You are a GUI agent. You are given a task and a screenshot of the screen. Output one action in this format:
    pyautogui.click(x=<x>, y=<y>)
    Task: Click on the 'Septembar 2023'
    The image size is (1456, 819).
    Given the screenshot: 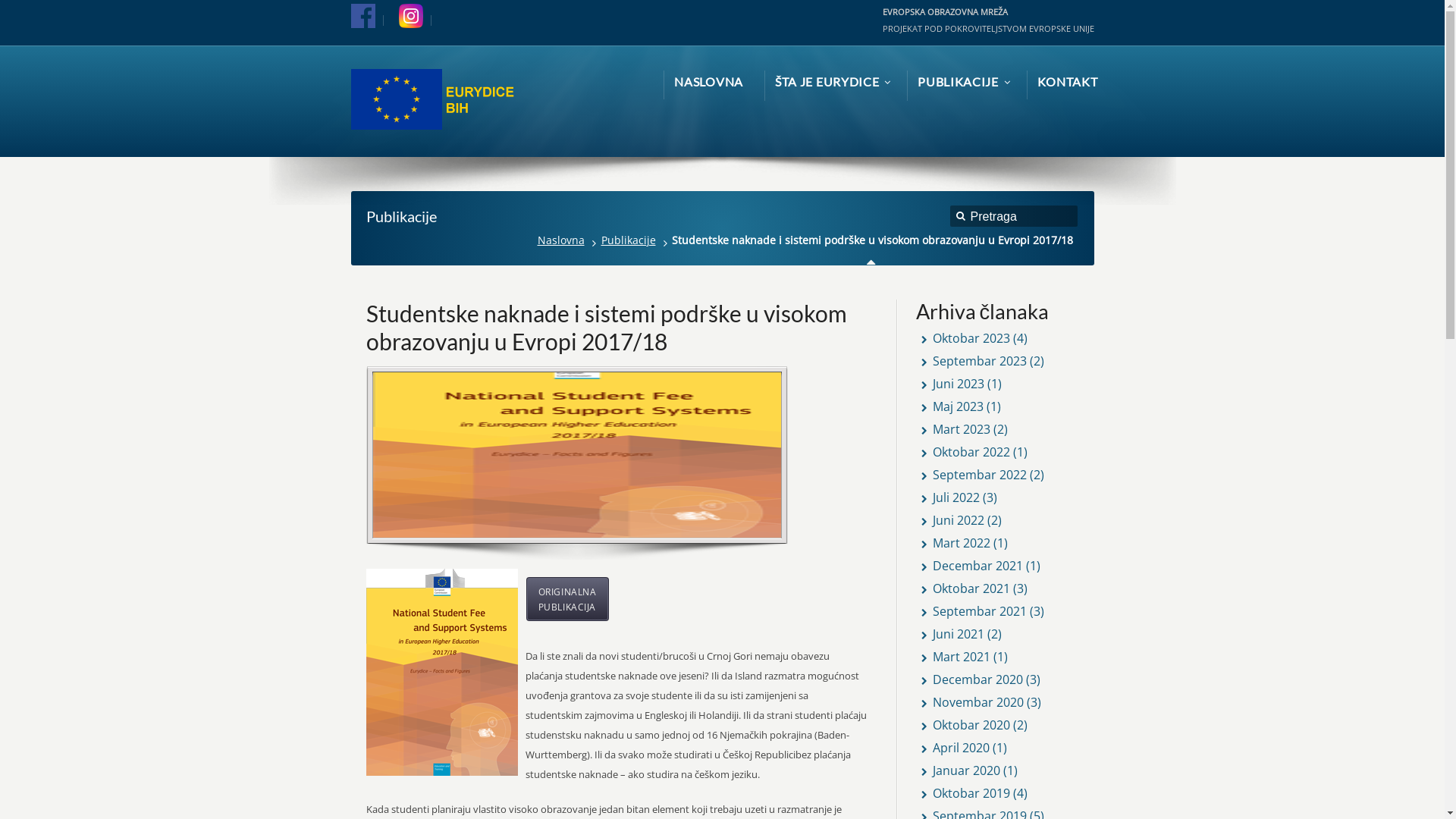 What is the action you would take?
    pyautogui.click(x=979, y=360)
    